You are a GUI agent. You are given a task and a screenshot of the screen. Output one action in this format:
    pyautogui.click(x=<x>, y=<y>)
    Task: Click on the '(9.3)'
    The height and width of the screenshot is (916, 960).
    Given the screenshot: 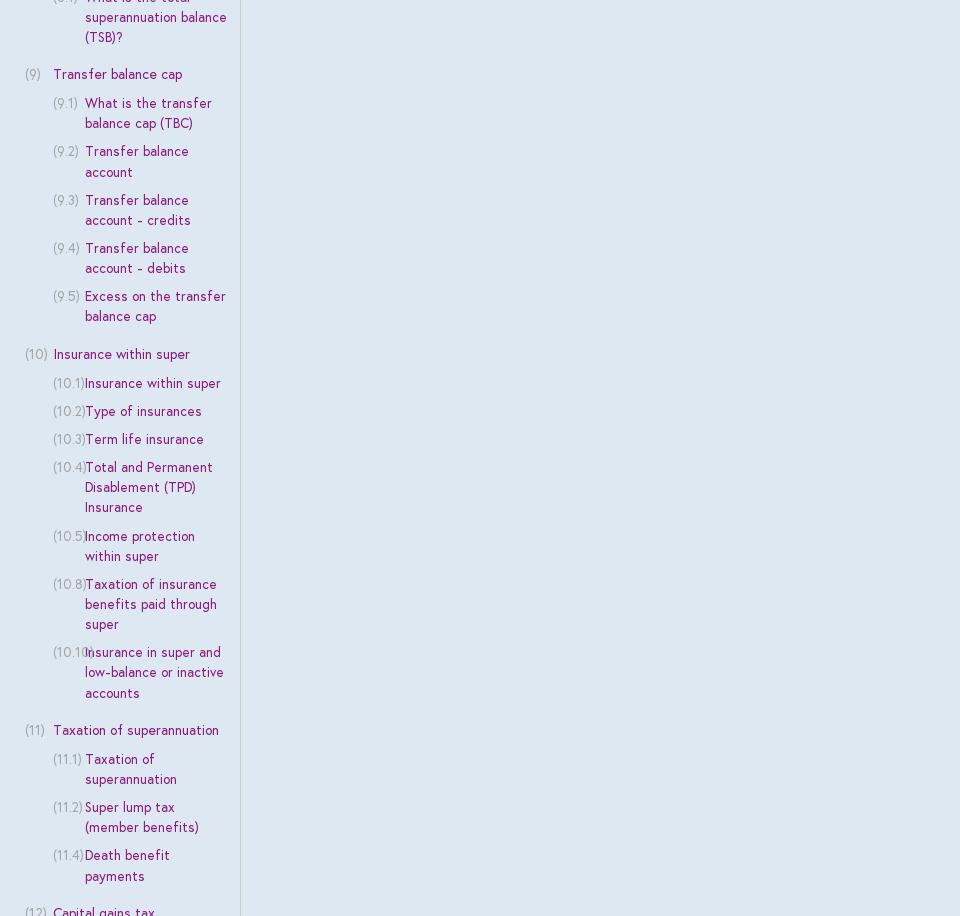 What is the action you would take?
    pyautogui.click(x=64, y=197)
    